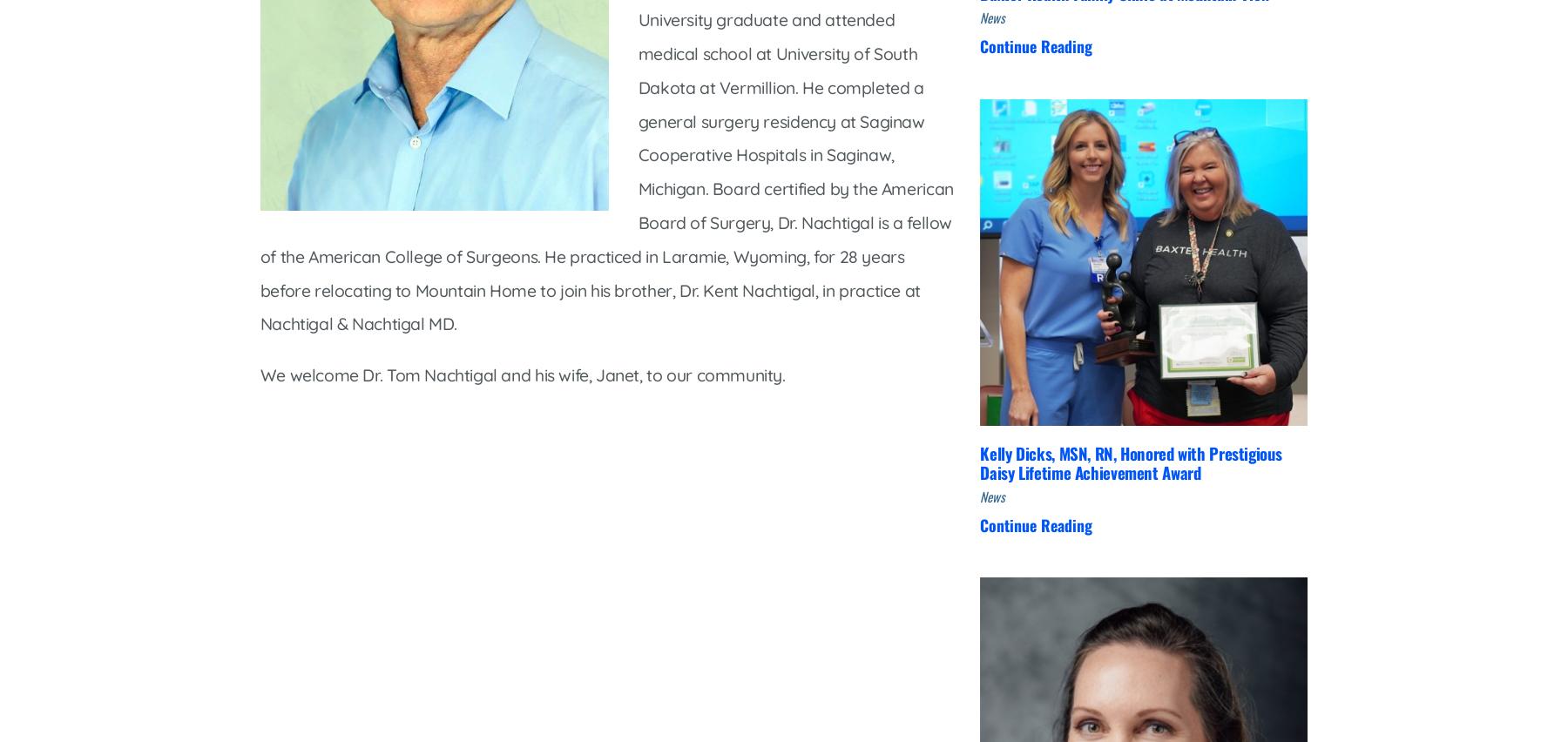 The height and width of the screenshot is (742, 1568). Describe the element at coordinates (1296, 286) in the screenshot. I see `'Volunteer'` at that location.